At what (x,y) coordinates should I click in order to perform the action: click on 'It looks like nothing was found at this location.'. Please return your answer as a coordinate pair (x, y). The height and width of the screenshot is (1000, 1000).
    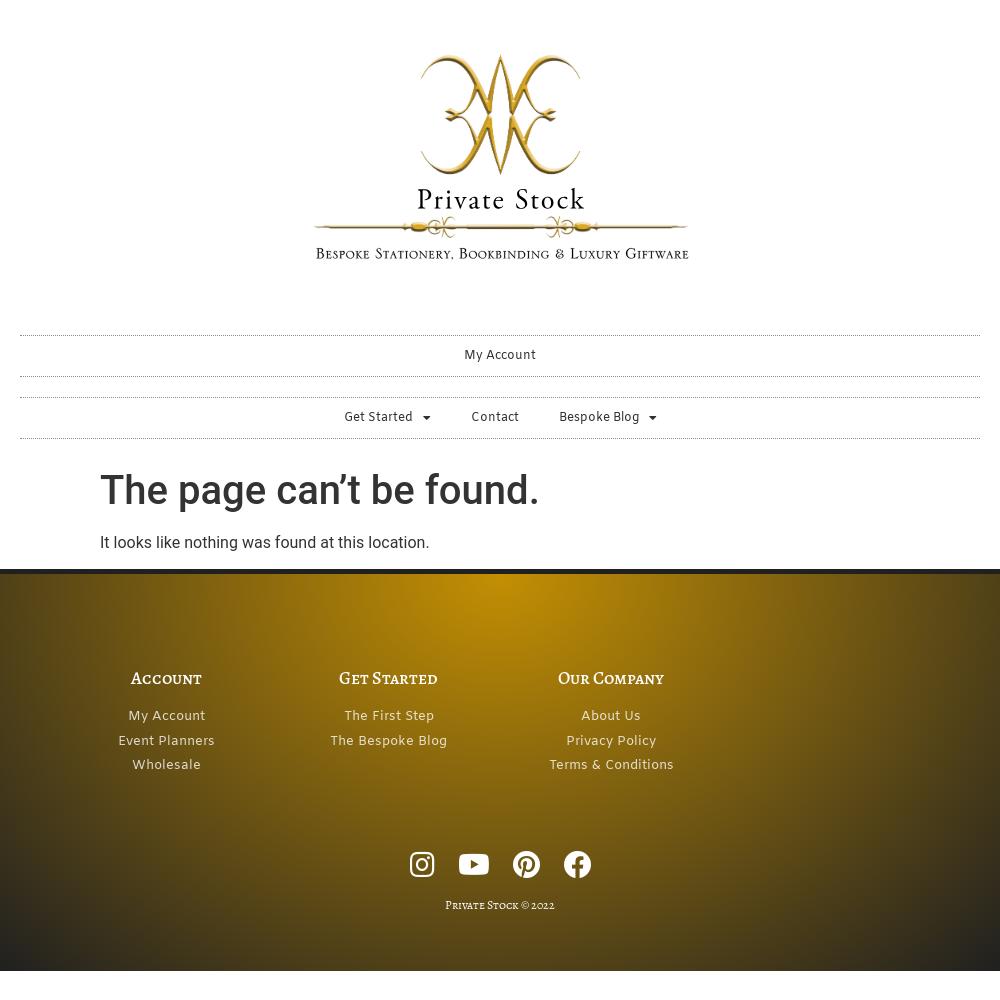
    Looking at the image, I should click on (264, 541).